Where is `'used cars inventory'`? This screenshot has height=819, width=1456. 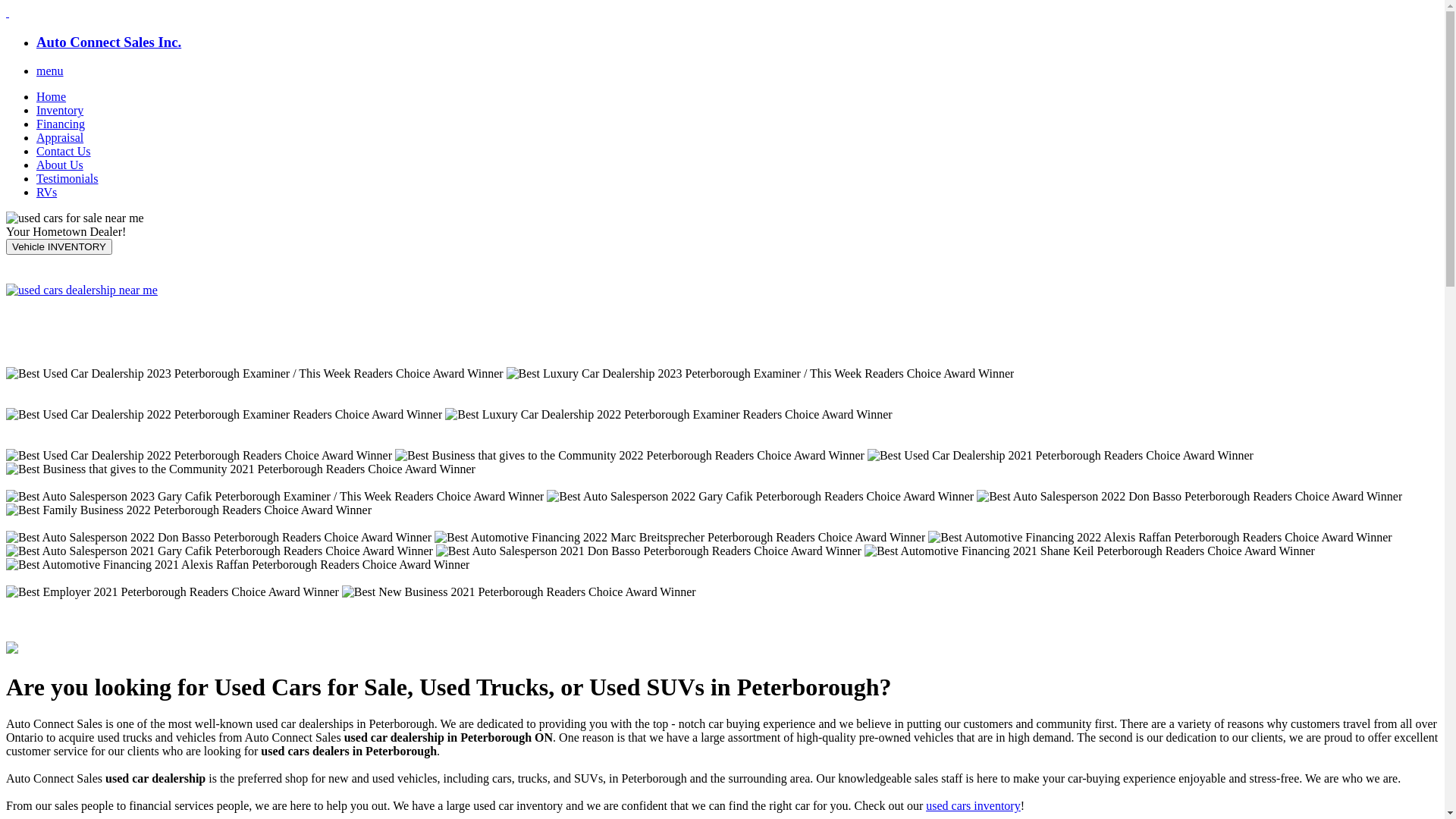 'used cars inventory' is located at coordinates (972, 805).